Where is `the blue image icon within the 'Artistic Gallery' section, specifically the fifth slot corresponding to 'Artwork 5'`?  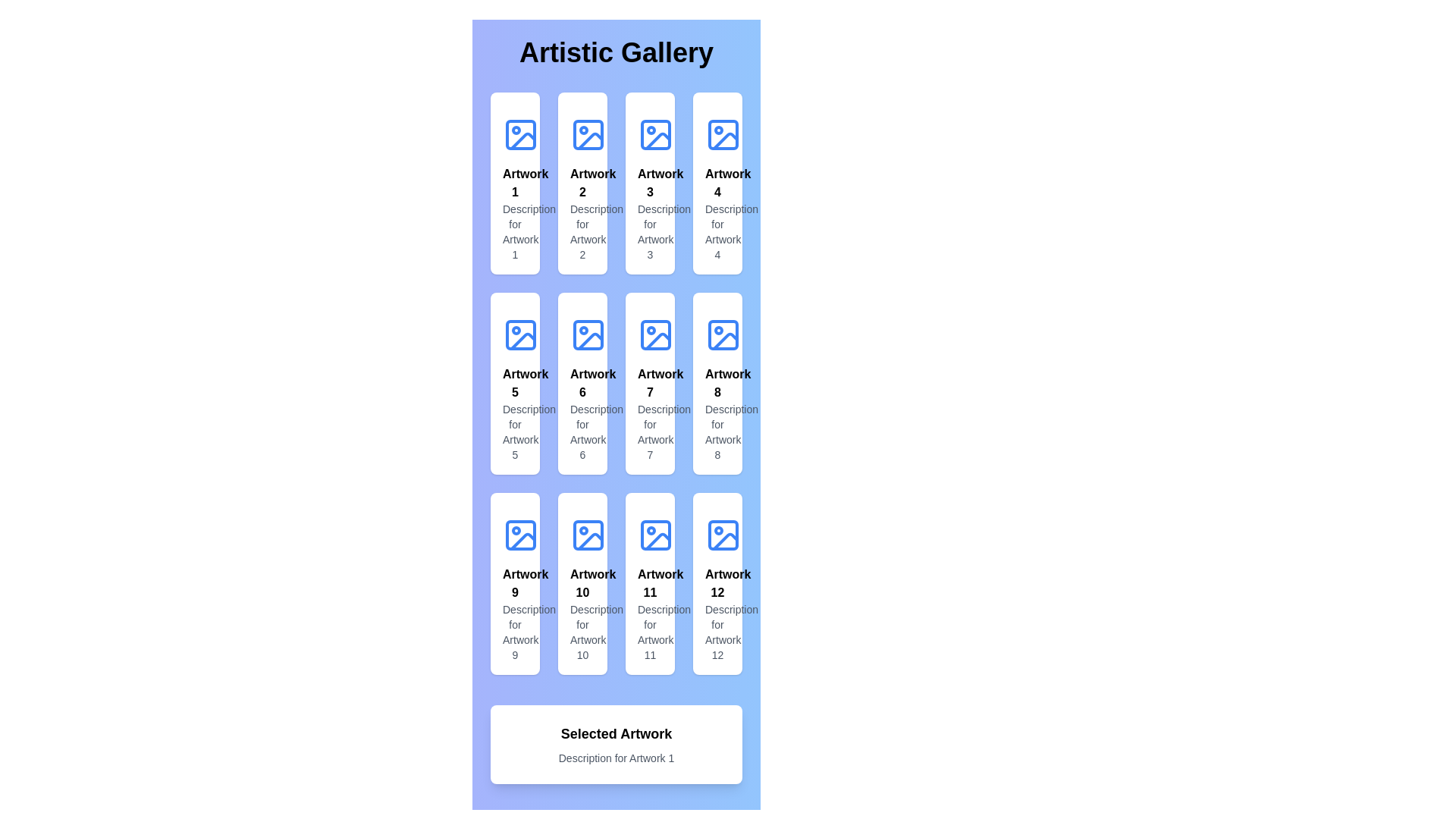
the blue image icon within the 'Artistic Gallery' section, specifically the fifth slot corresponding to 'Artwork 5' is located at coordinates (520, 334).